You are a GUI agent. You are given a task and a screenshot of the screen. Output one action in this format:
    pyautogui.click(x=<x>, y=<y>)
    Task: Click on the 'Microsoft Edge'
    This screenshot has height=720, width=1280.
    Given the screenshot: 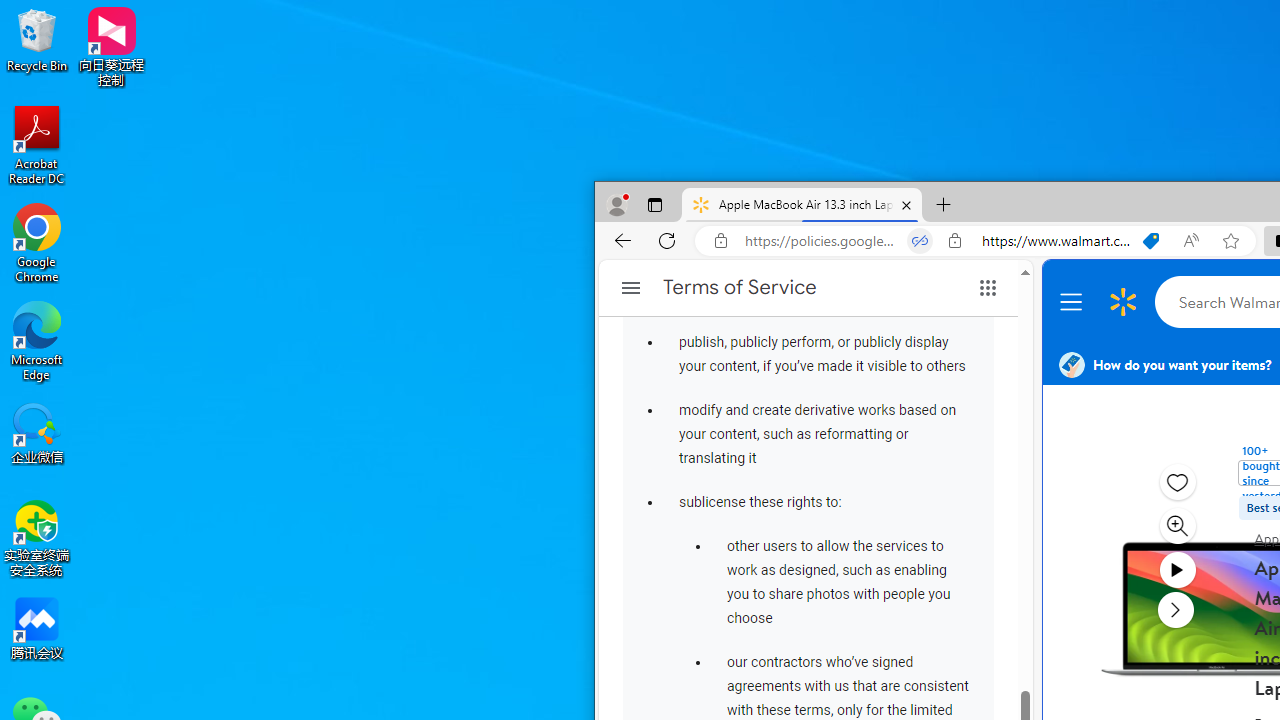 What is the action you would take?
    pyautogui.click(x=37, y=340)
    